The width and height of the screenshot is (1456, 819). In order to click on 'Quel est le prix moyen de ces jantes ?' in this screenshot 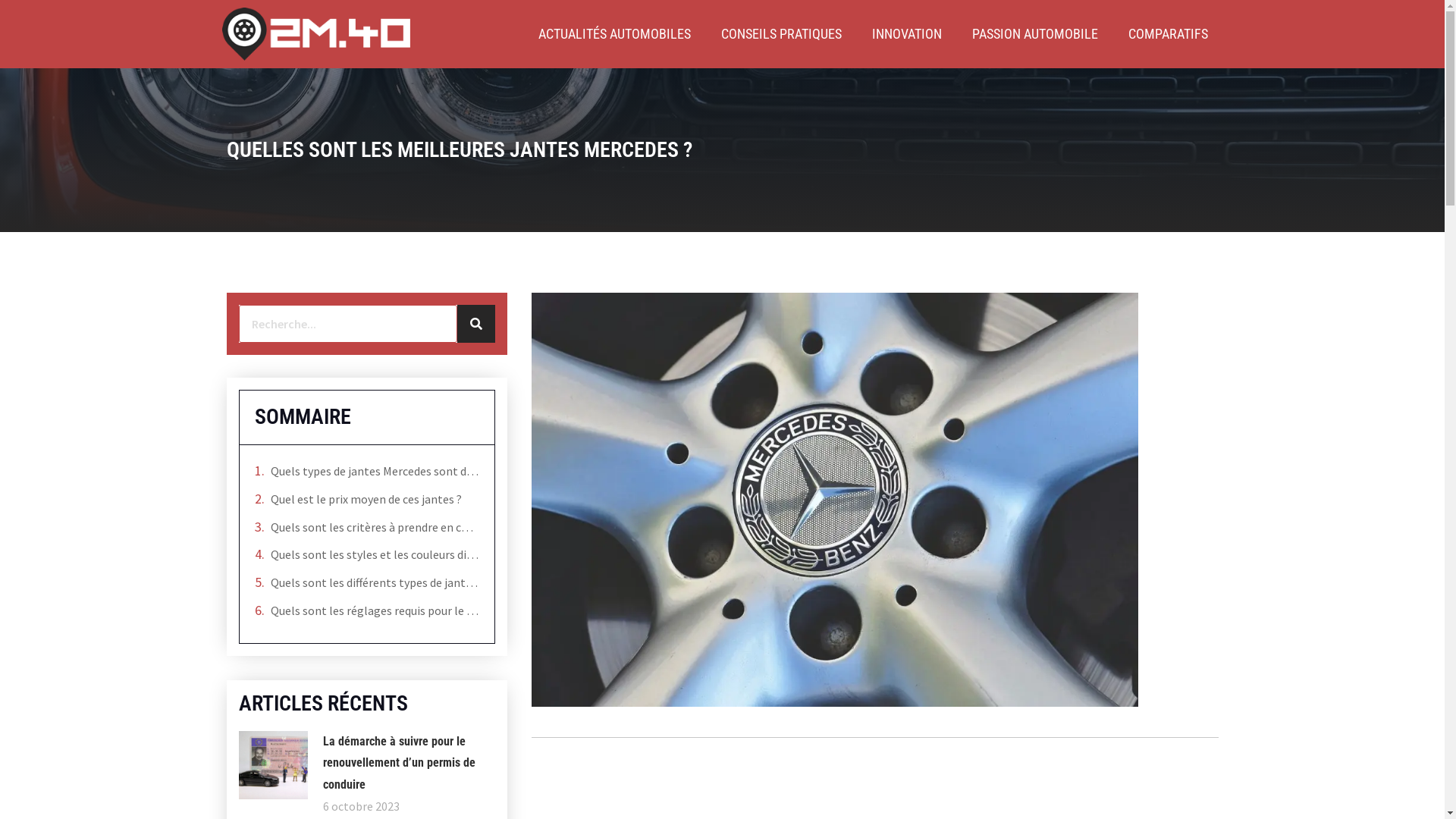, I will do `click(365, 499)`.